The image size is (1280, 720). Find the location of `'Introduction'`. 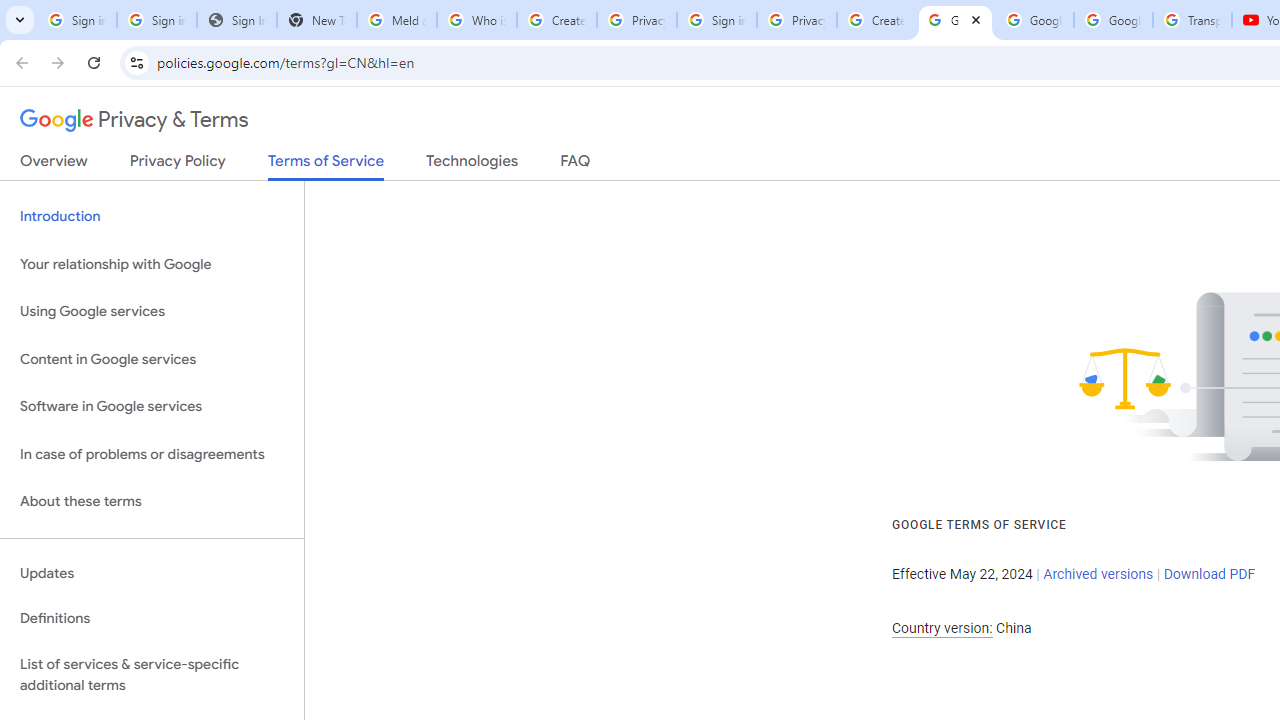

'Introduction' is located at coordinates (151, 217).